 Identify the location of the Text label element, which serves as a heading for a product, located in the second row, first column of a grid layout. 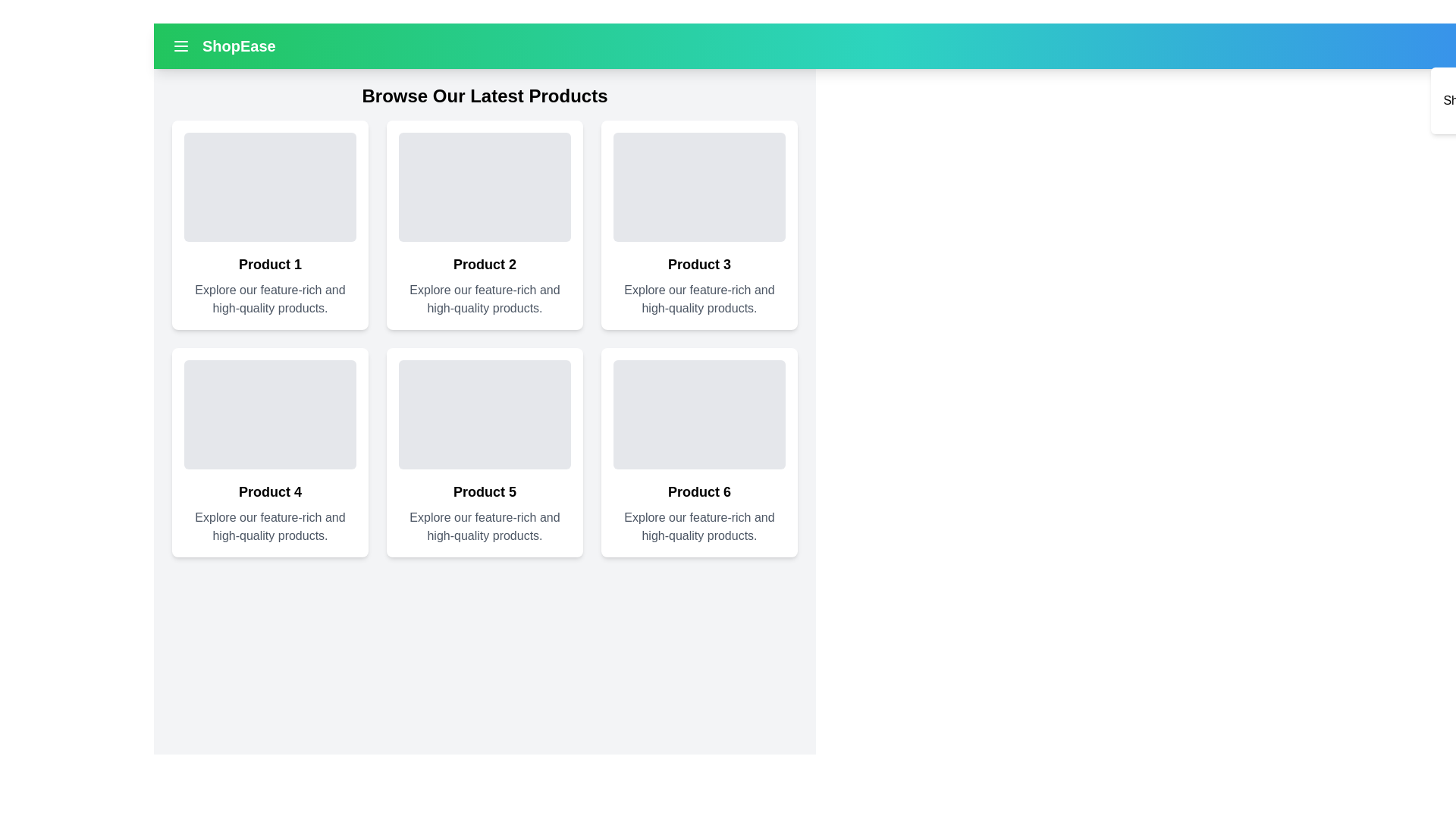
(270, 491).